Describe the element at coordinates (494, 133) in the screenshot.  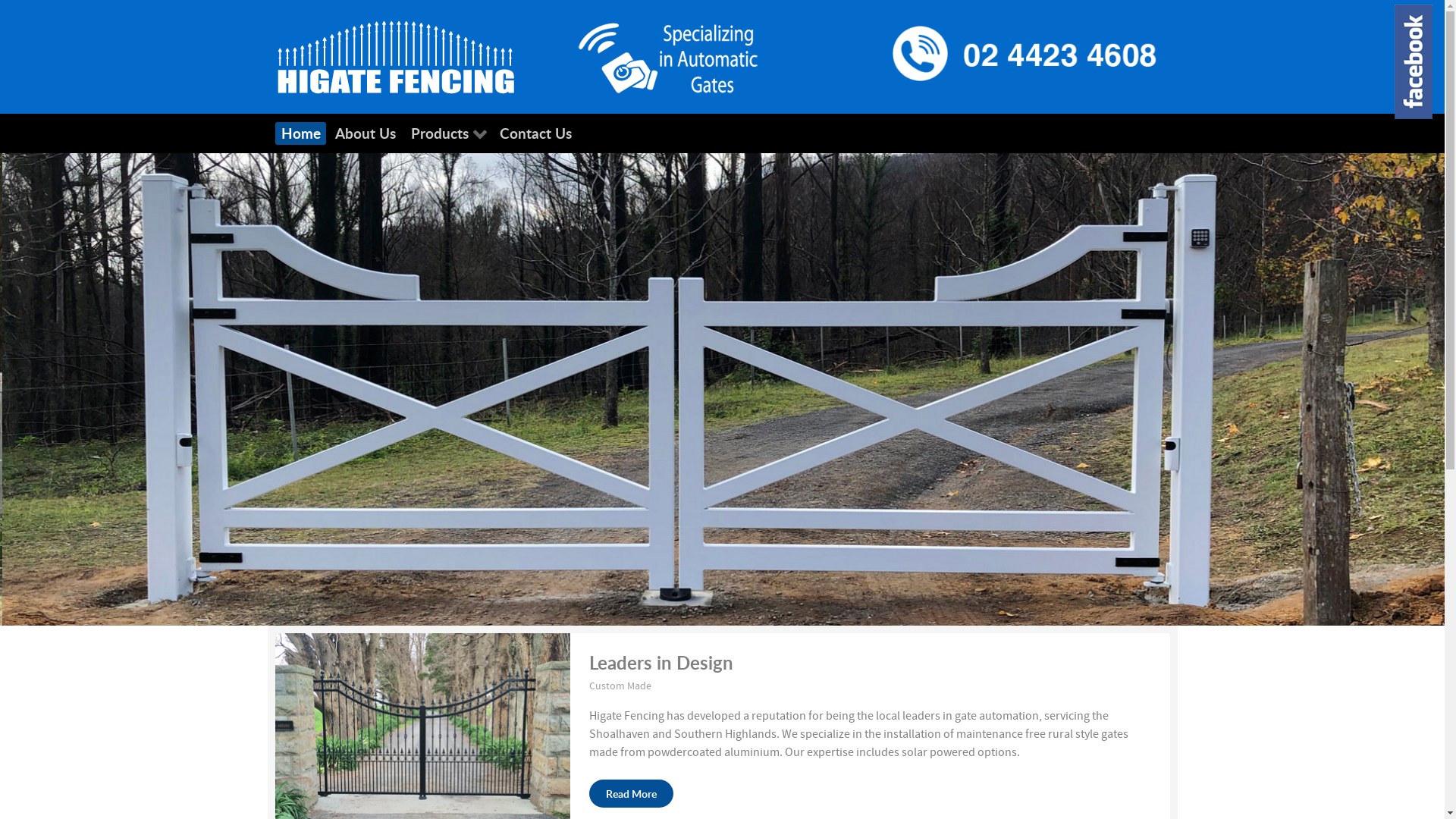
I see `'Contact Us'` at that location.